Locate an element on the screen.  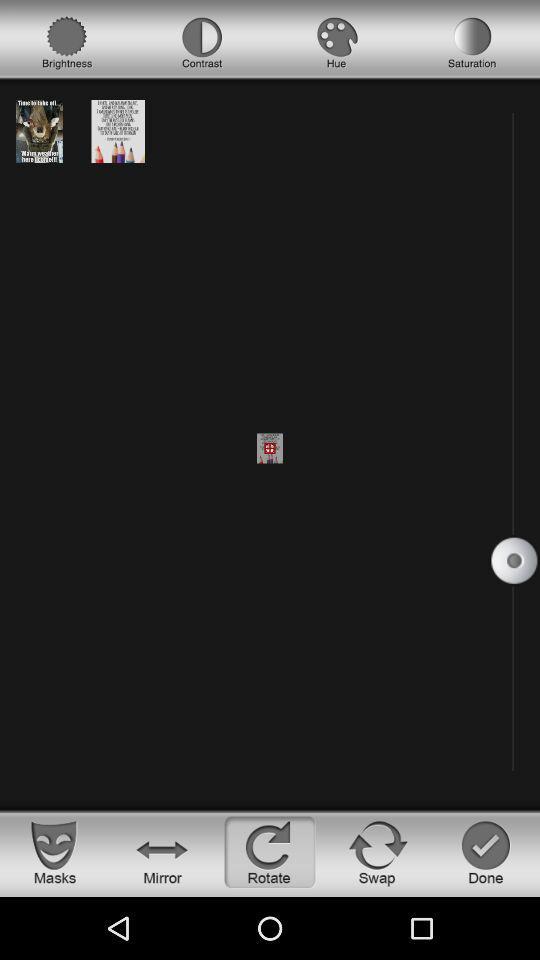
rotate the image is located at coordinates (270, 851).